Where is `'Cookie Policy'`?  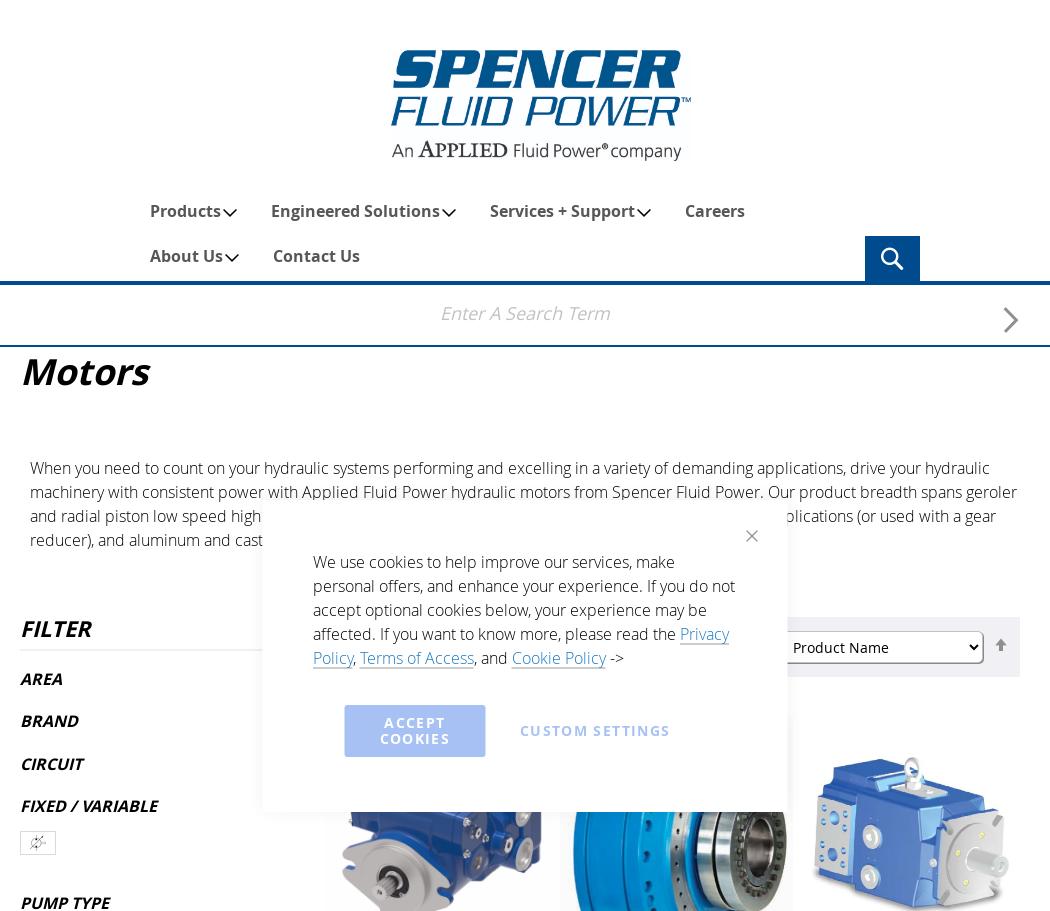
'Cookie Policy' is located at coordinates (557, 658).